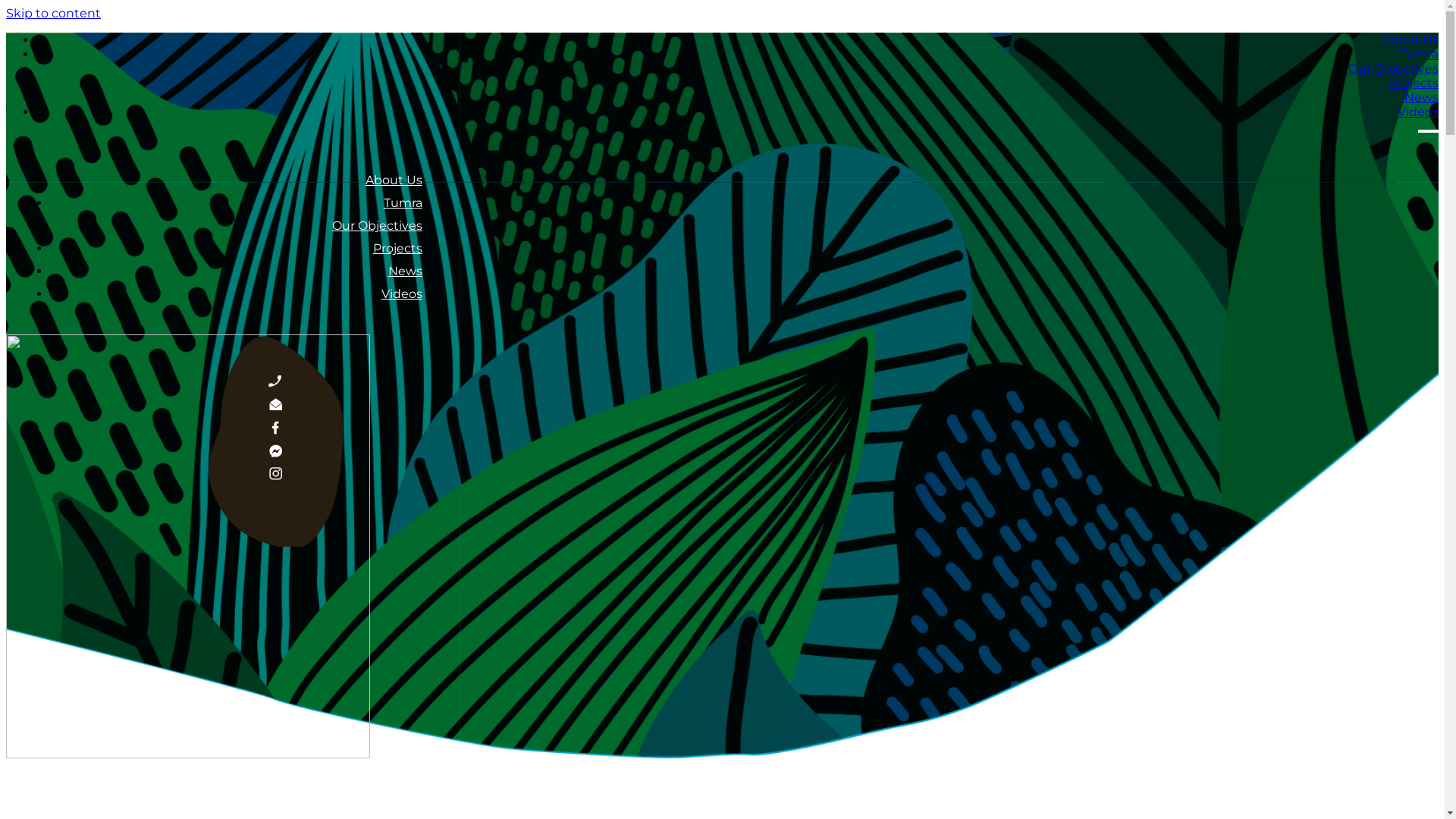 Image resolution: width=1456 pixels, height=819 pixels. Describe the element at coordinates (365, 174) in the screenshot. I see `'About Us'` at that location.